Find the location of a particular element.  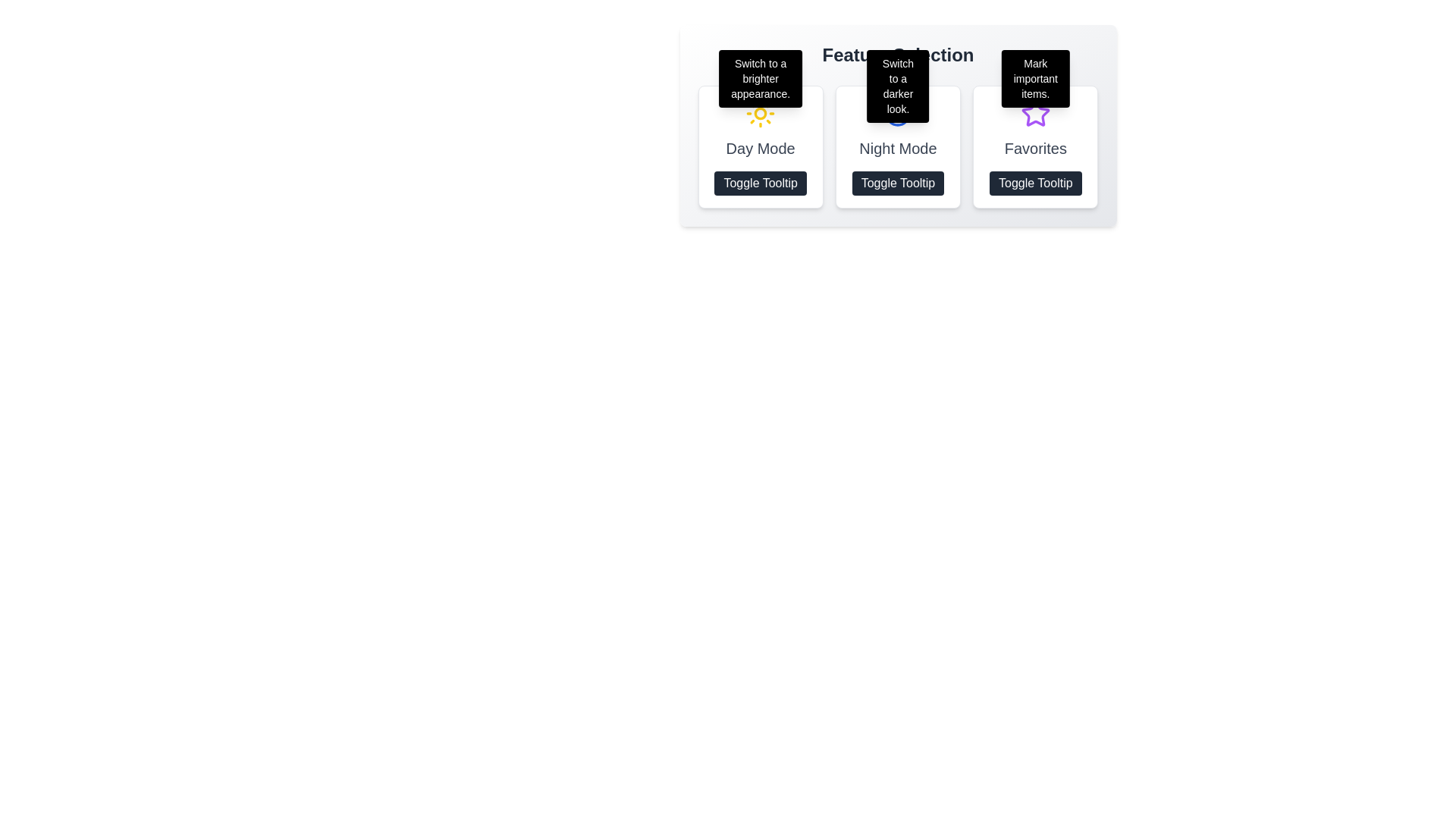

the button located at the bottom of the 'Favorites' card is located at coordinates (1034, 183).